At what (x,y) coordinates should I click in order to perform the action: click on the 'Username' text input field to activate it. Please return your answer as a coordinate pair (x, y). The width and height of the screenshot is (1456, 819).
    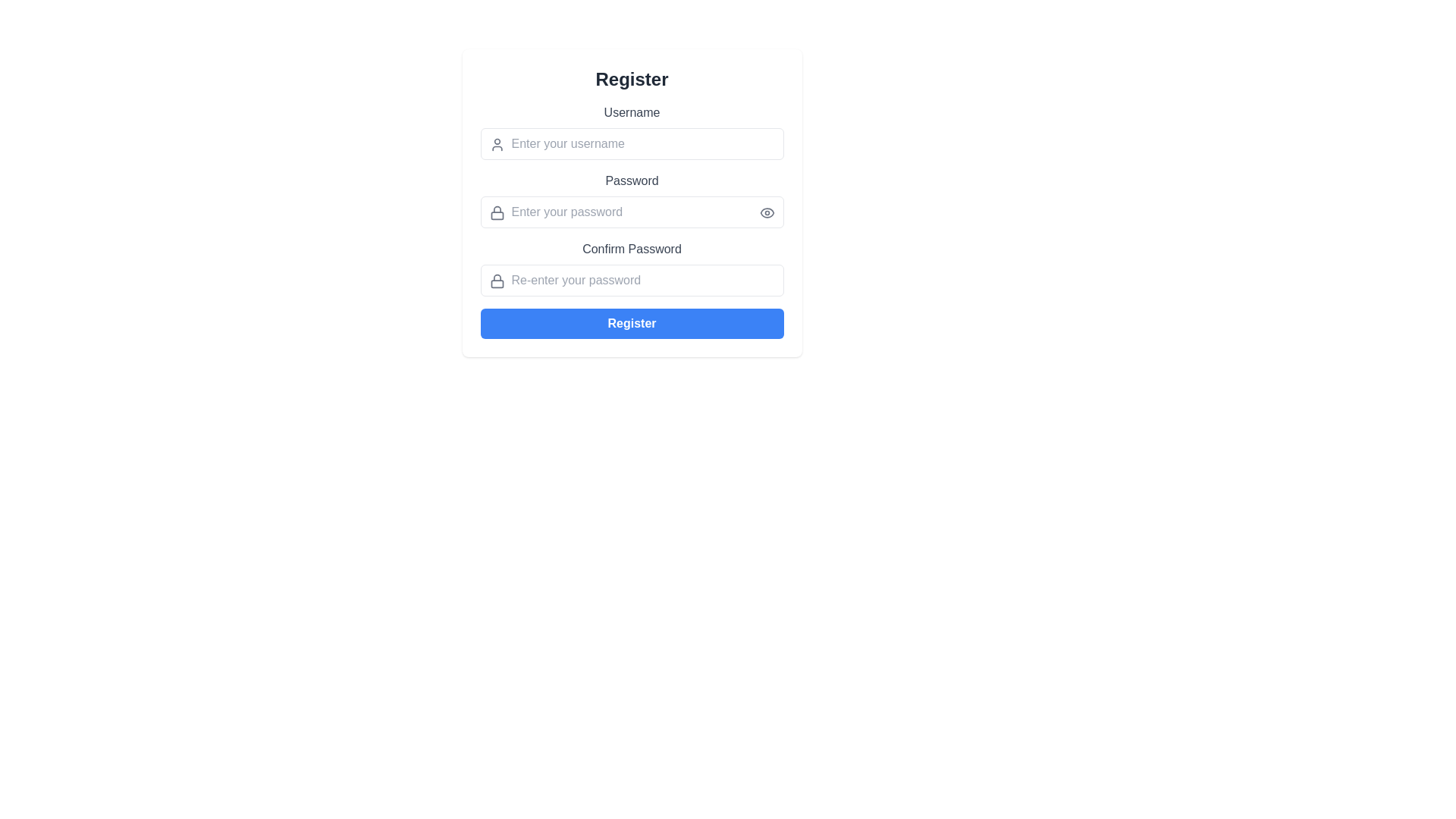
    Looking at the image, I should click on (632, 130).